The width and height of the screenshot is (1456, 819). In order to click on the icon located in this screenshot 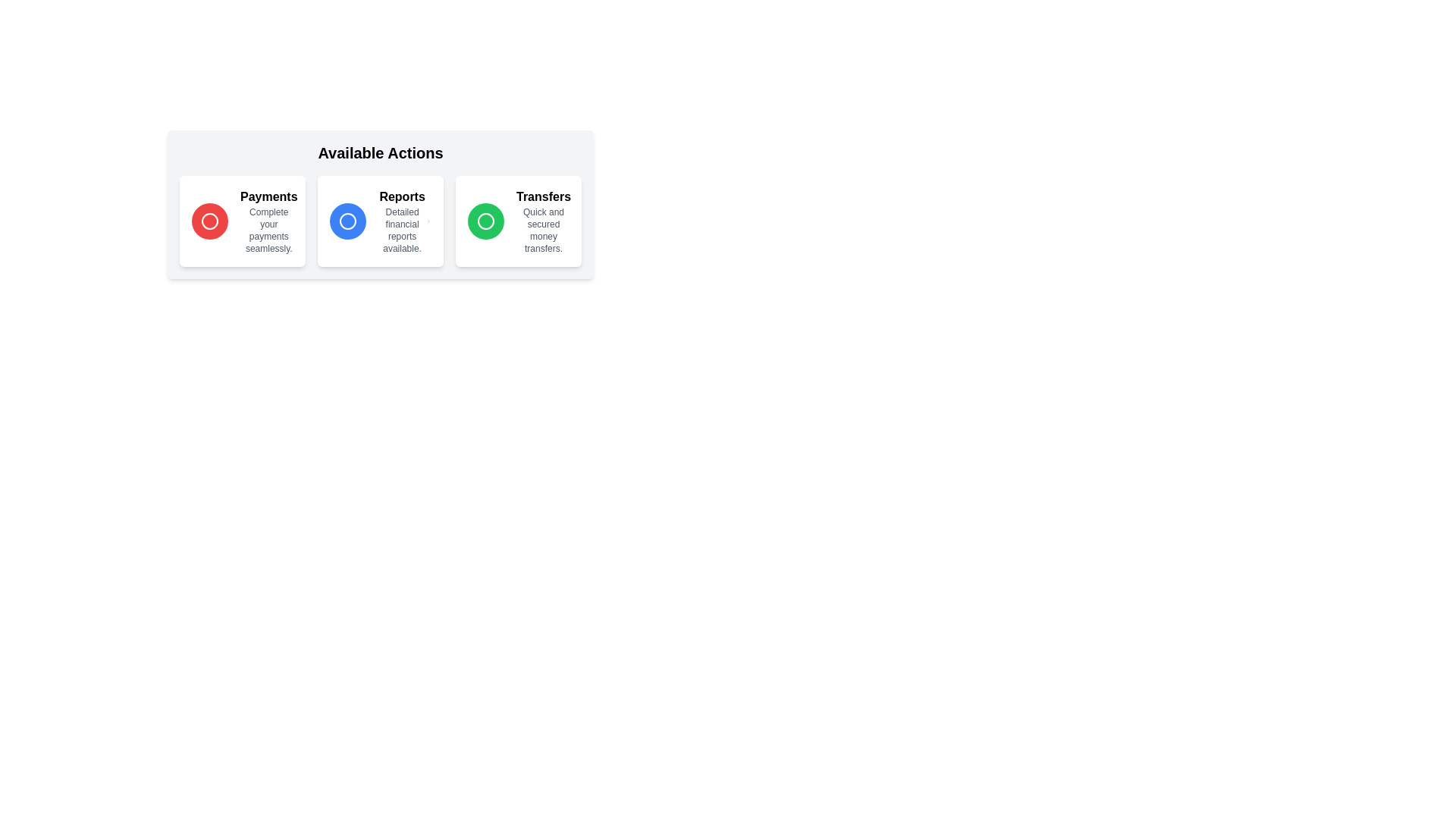, I will do `click(347, 221)`.